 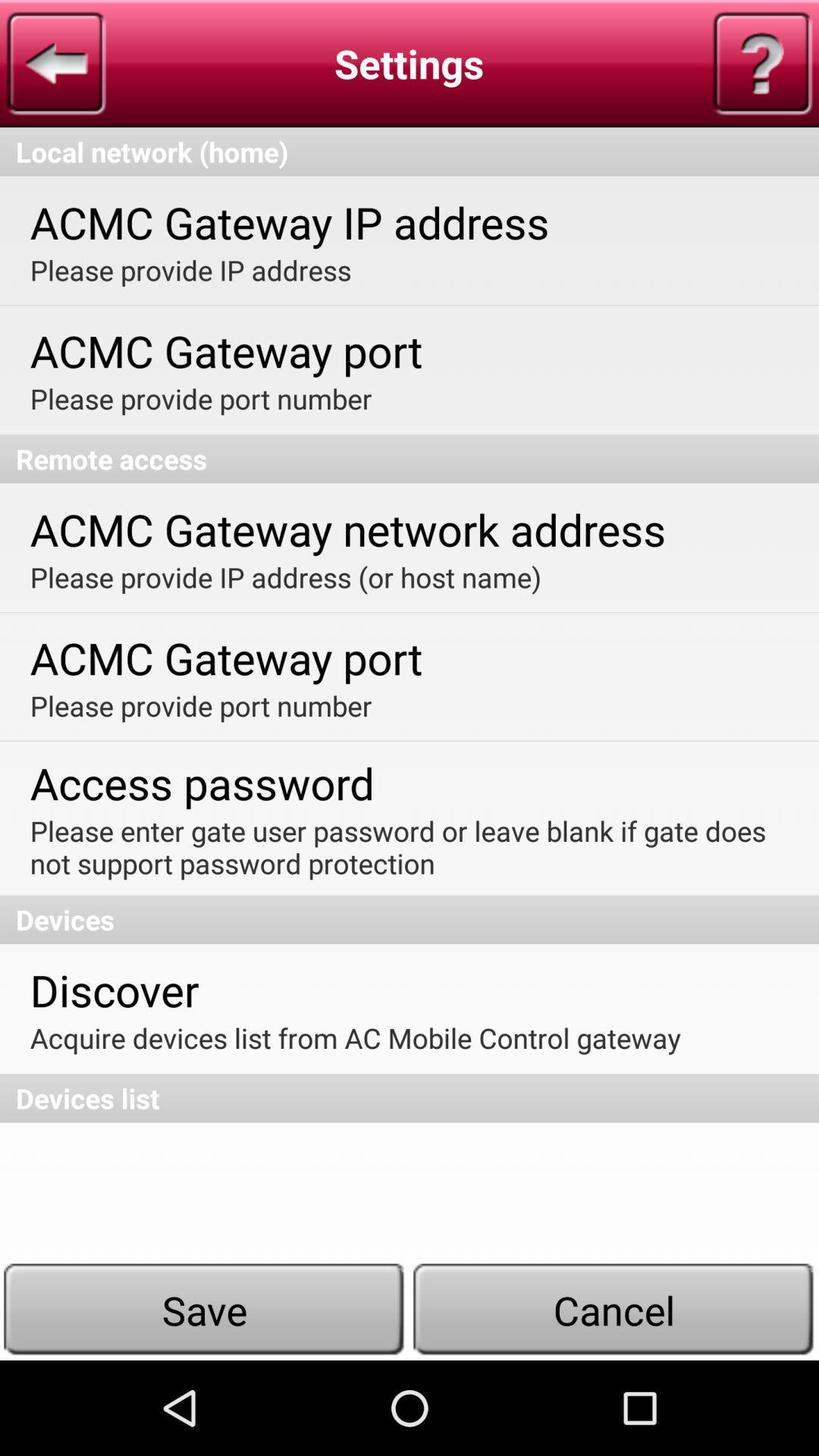 I want to click on click help button, so click(x=762, y=62).